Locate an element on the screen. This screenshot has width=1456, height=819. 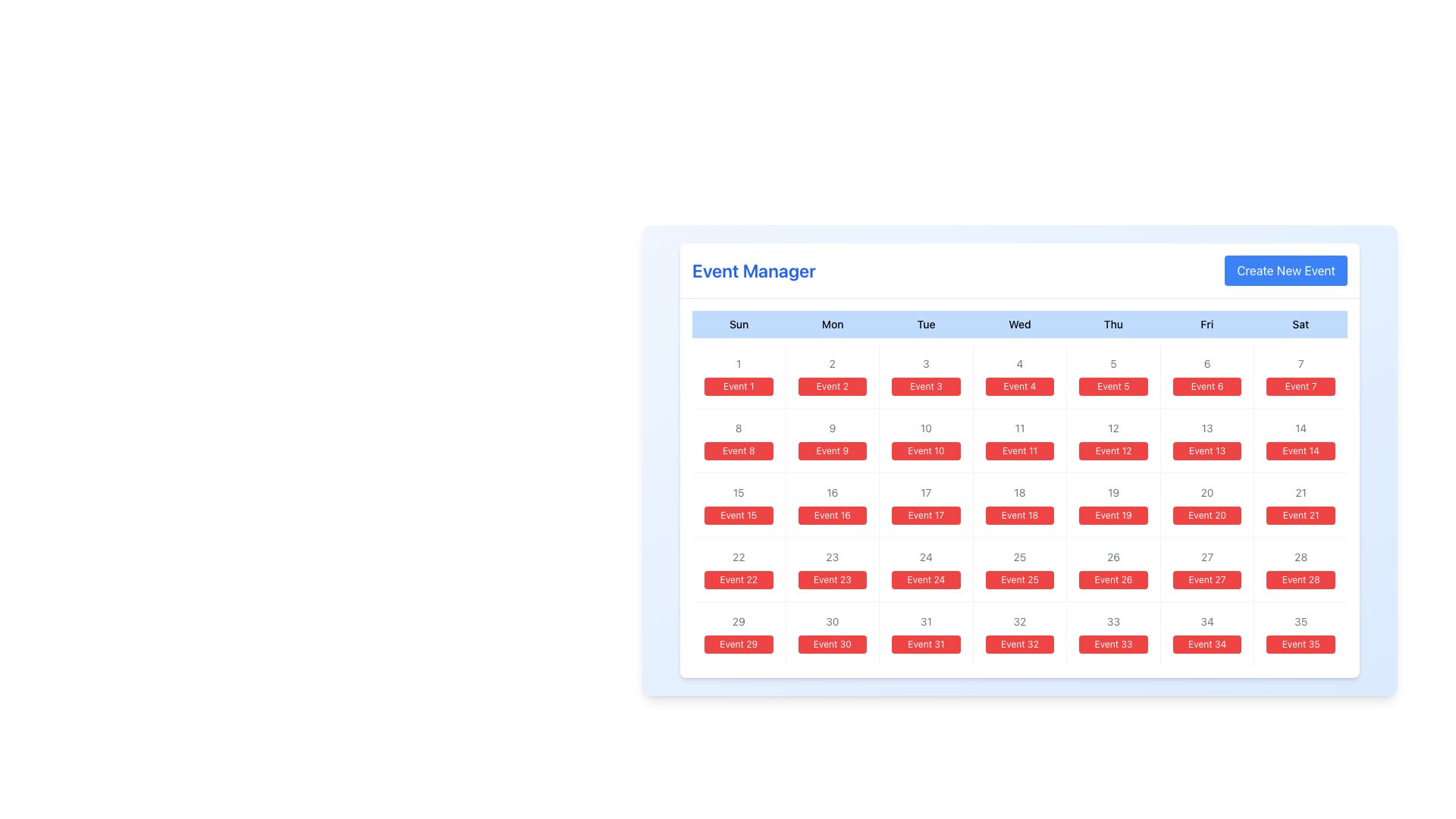
the text label representing the day number for Tuesday, located in the second row and third column of the calendar grid is located at coordinates (925, 428).